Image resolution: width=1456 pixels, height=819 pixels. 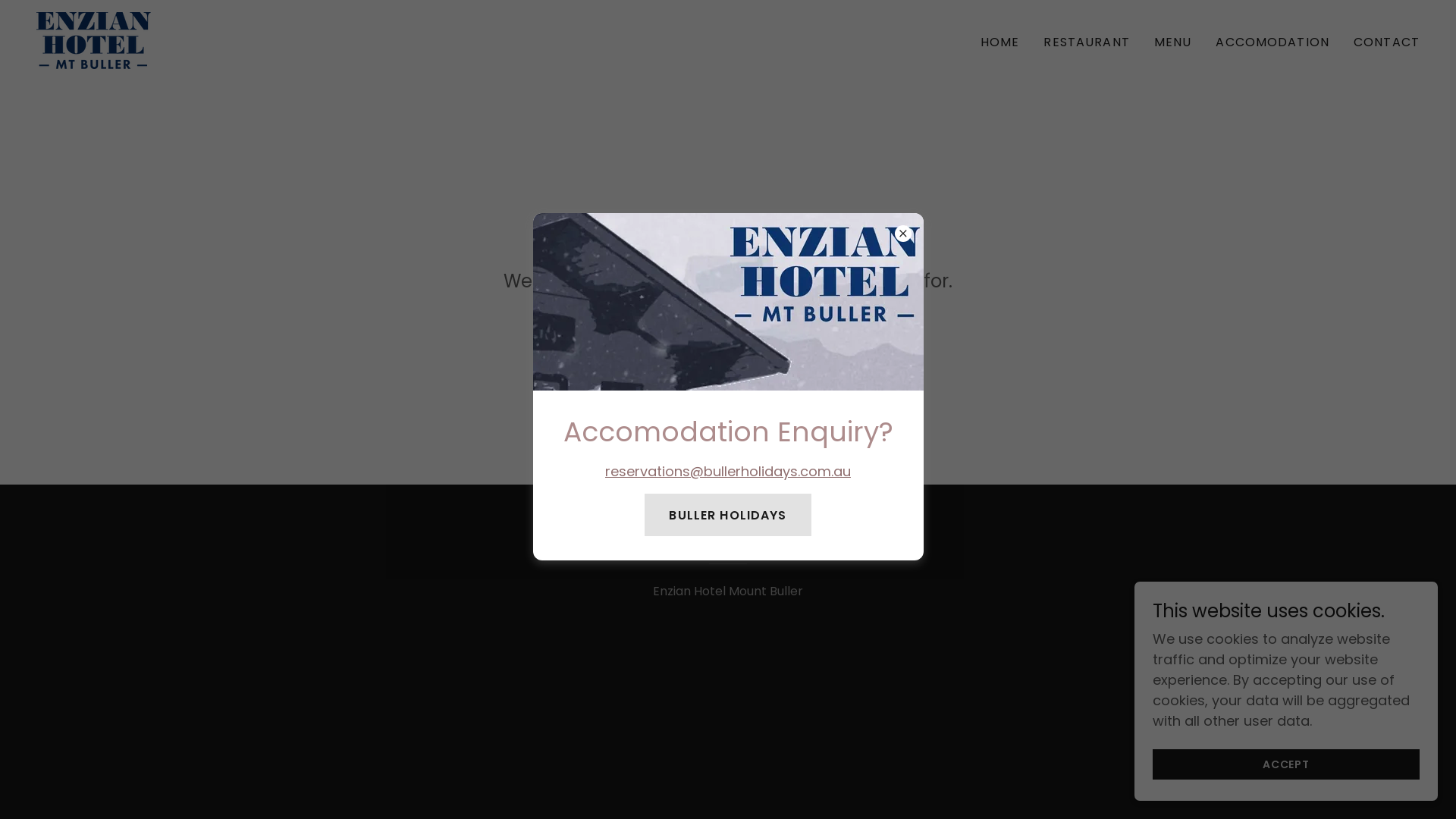 What do you see at coordinates (1386, 42) in the screenshot?
I see `'CONTACT'` at bounding box center [1386, 42].